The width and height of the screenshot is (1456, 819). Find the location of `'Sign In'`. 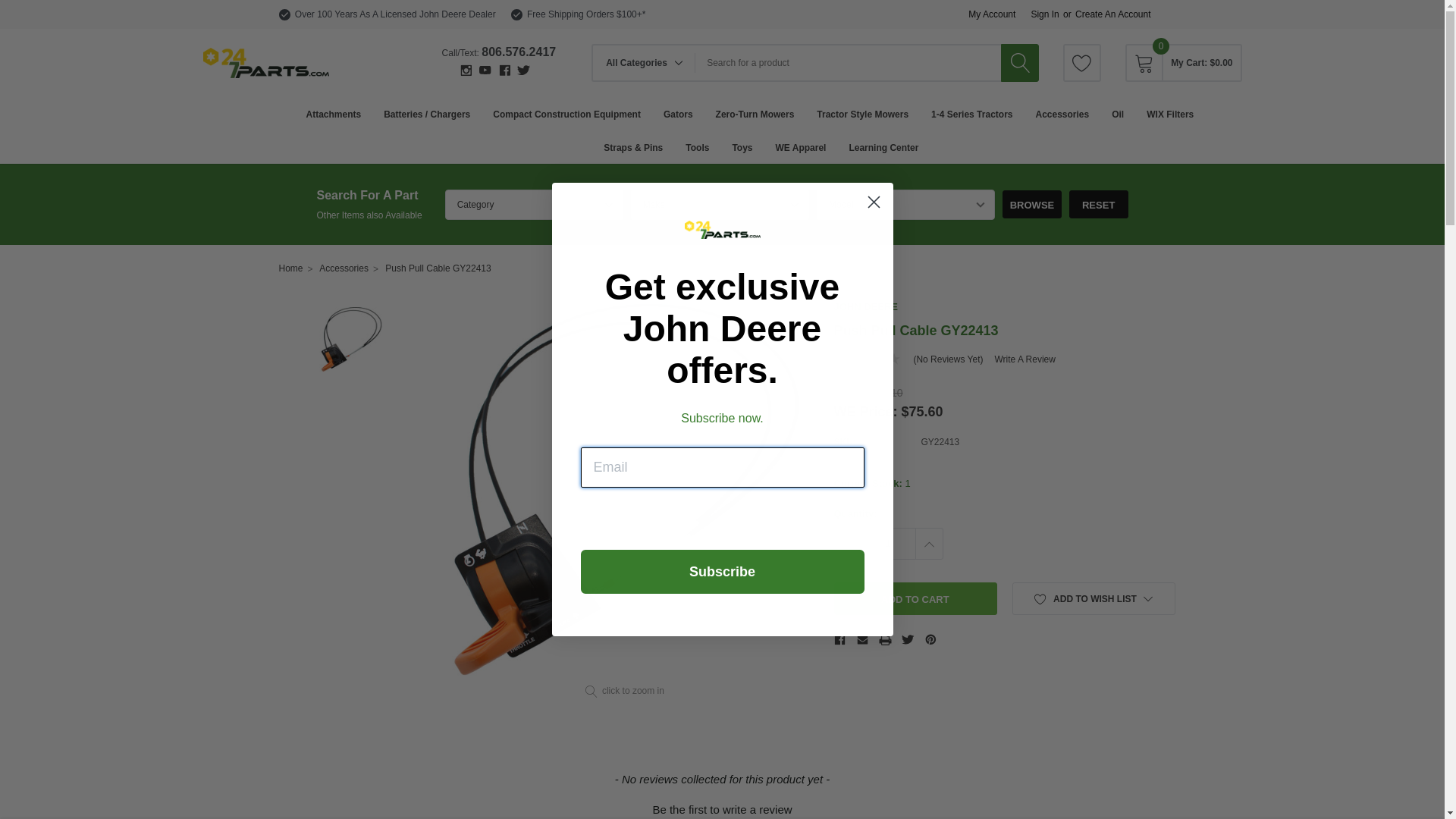

'Sign In' is located at coordinates (1043, 14).